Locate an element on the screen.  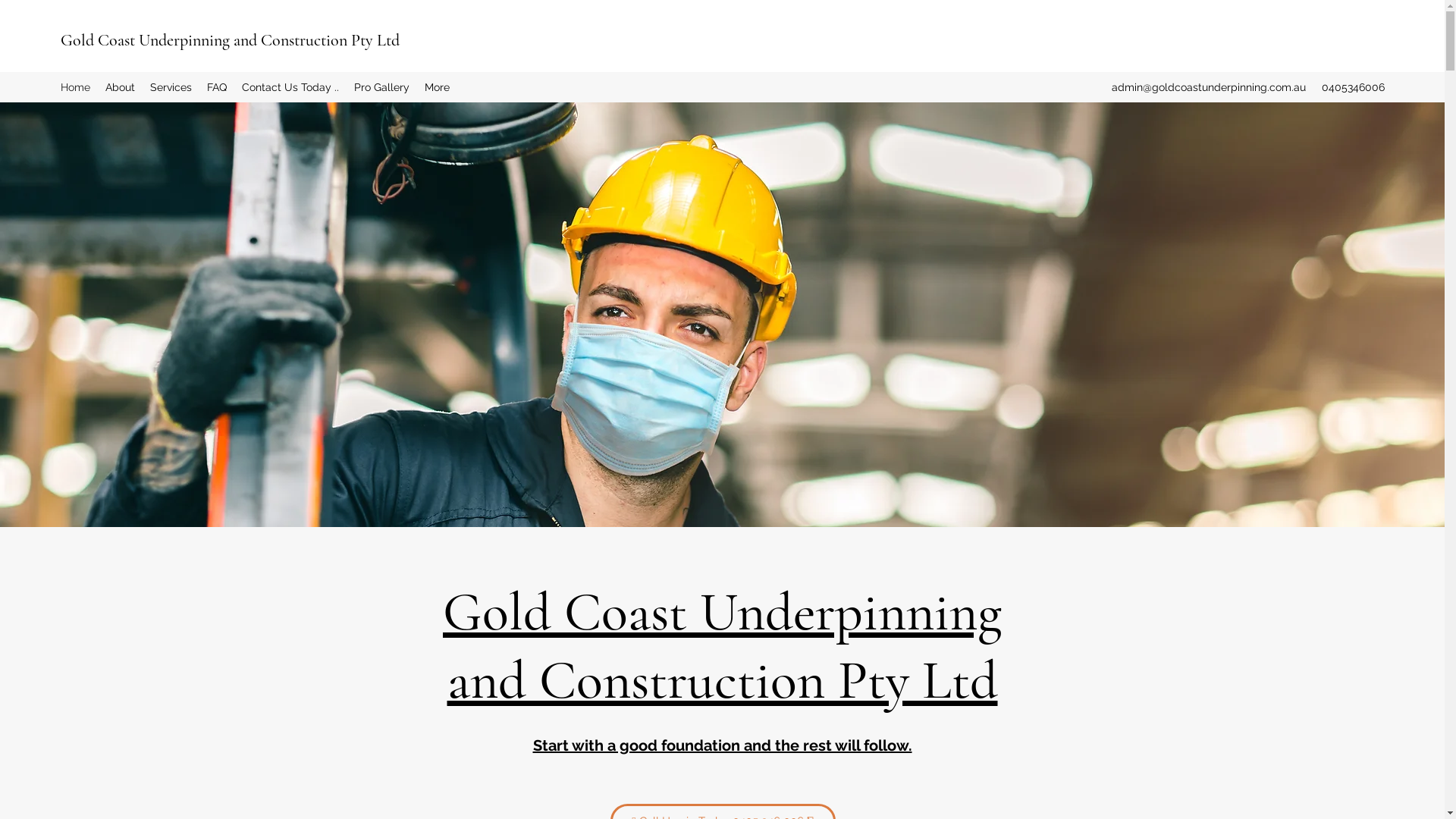
'Gold Coast Underpinning and Construction Pty Ltd' is located at coordinates (721, 646).